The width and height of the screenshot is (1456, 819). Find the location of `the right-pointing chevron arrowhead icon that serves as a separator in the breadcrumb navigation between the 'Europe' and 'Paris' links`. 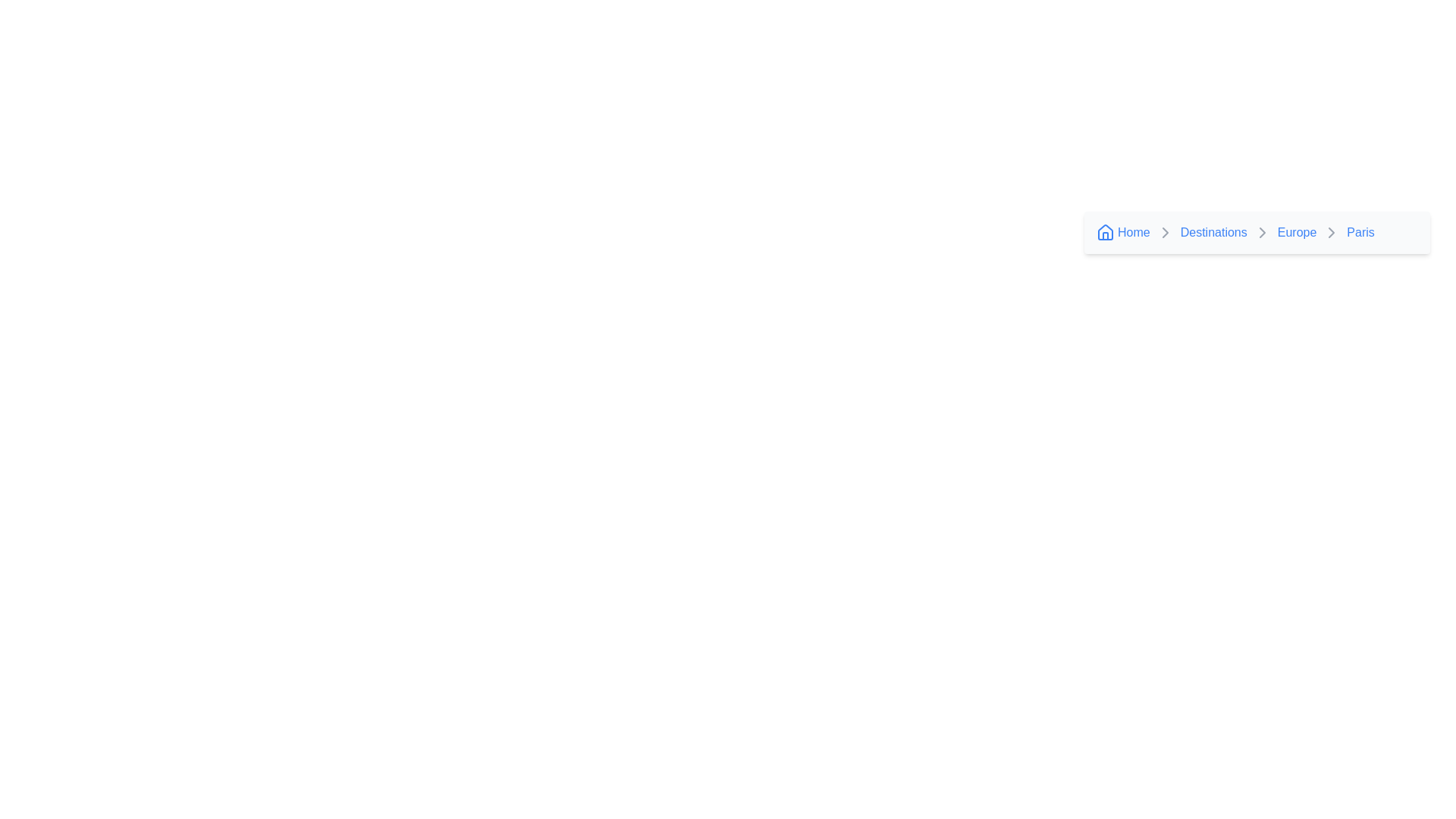

the right-pointing chevron arrowhead icon that serves as a separator in the breadcrumb navigation between the 'Europe' and 'Paris' links is located at coordinates (1331, 233).